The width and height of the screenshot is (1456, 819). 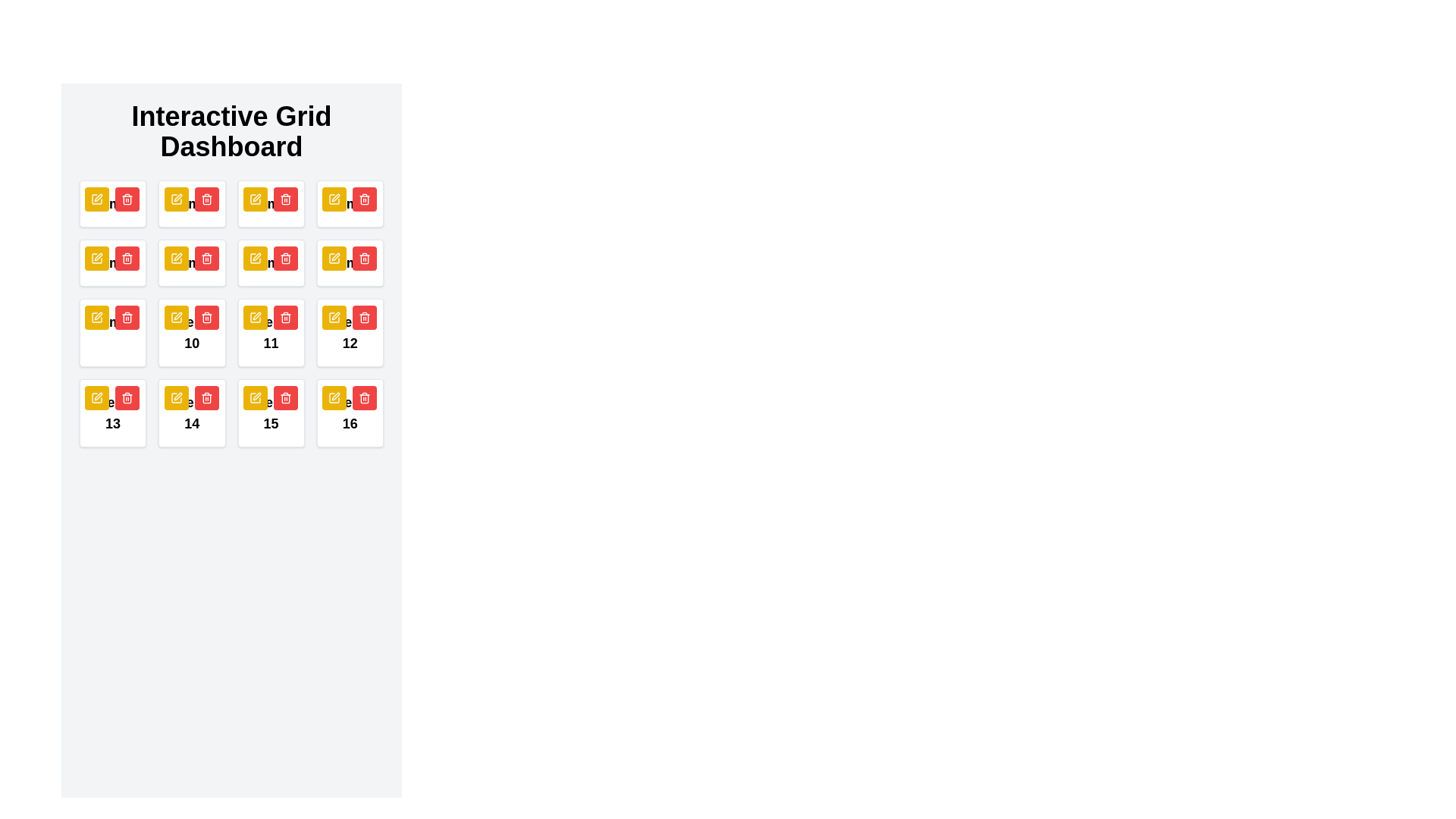 I want to click on the decorative graphic element within the SVG icon for the edit button of the cell labeled '11', so click(x=255, y=257).